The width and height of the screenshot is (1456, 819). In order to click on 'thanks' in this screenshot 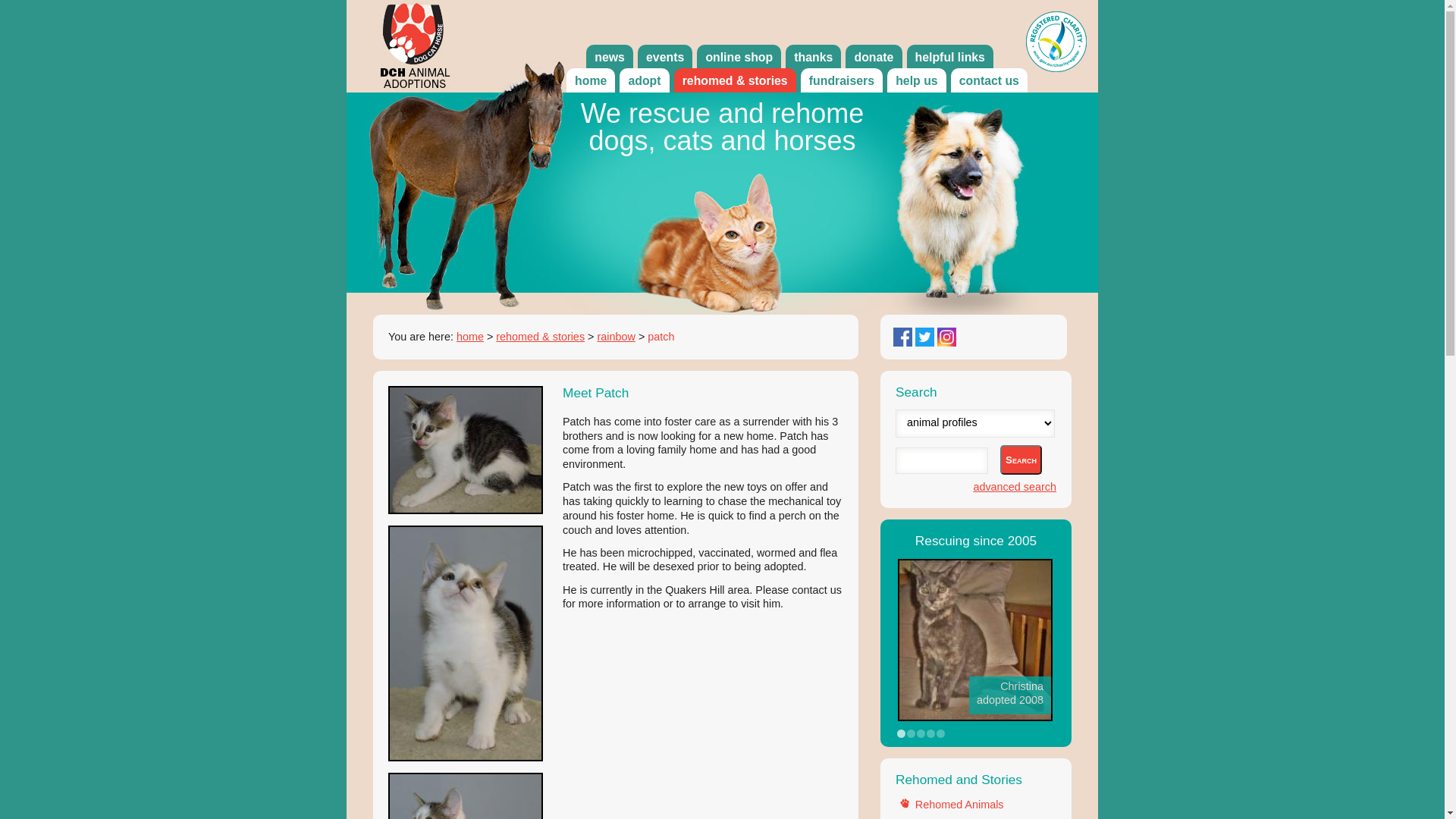, I will do `click(812, 57)`.